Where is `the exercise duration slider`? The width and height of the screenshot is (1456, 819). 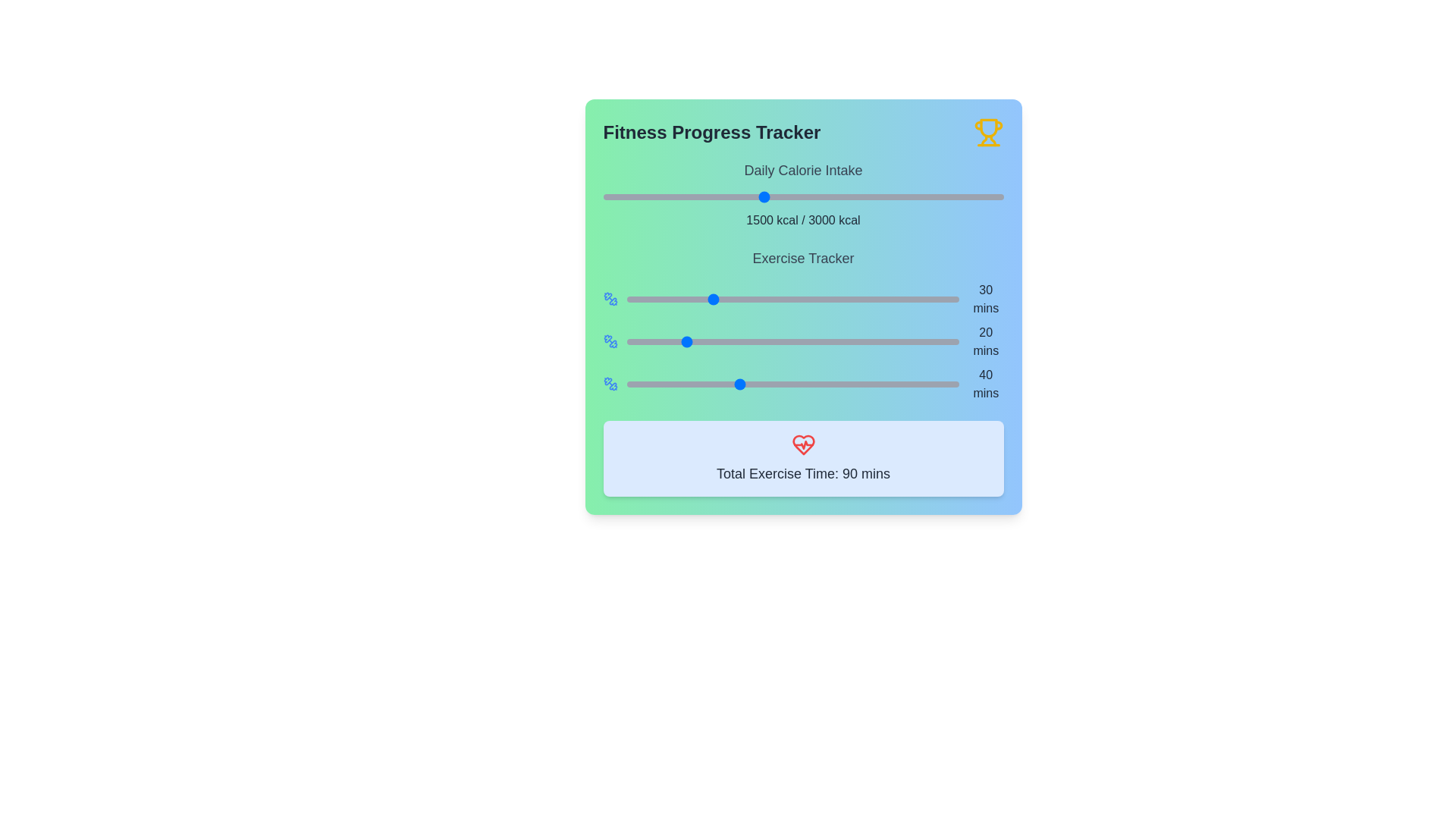 the exercise duration slider is located at coordinates (768, 342).